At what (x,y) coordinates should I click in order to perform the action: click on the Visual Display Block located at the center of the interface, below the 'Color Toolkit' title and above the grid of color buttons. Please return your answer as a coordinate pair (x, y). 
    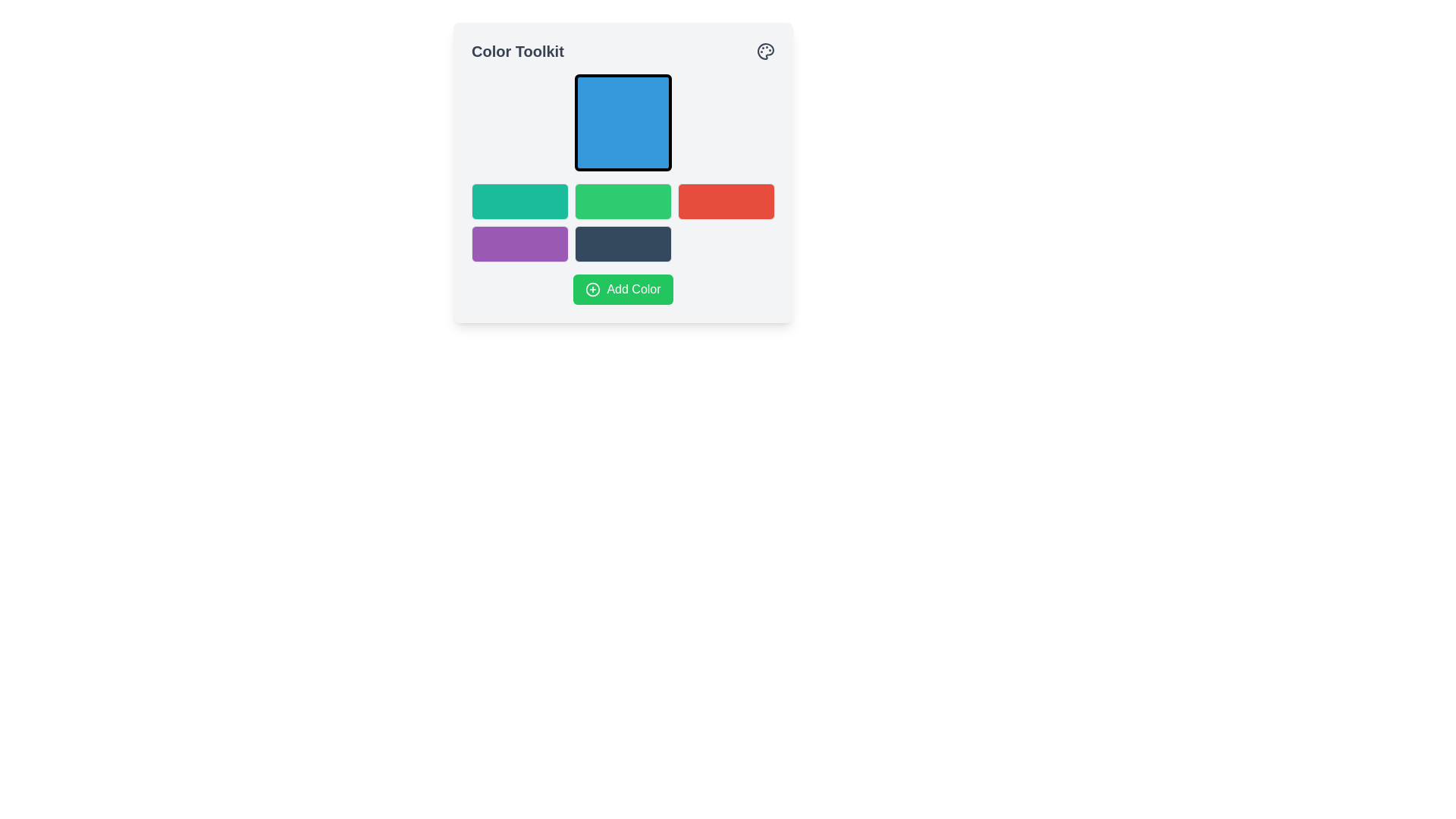
    Looking at the image, I should click on (623, 171).